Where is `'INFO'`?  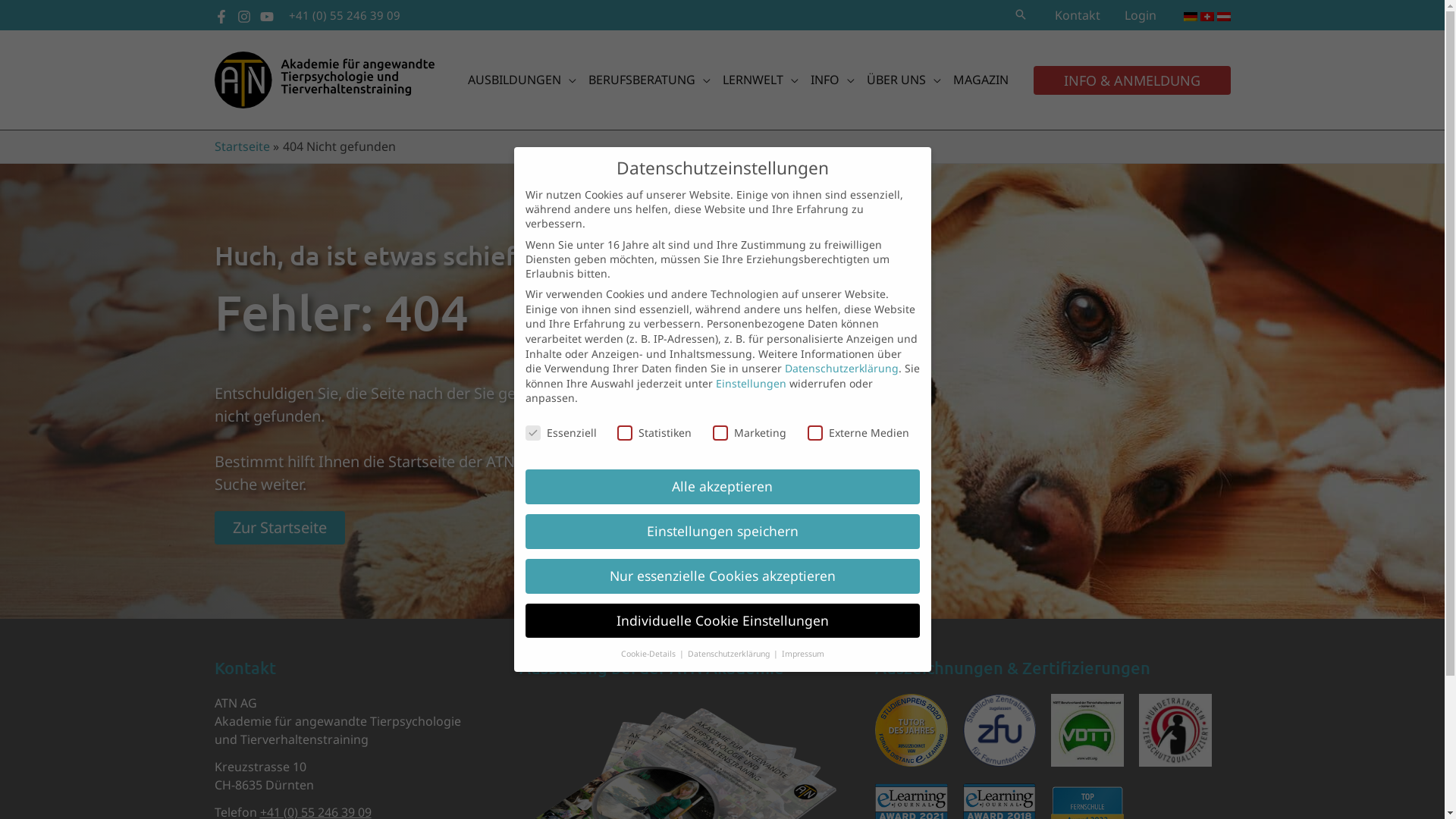 'INFO' is located at coordinates (831, 80).